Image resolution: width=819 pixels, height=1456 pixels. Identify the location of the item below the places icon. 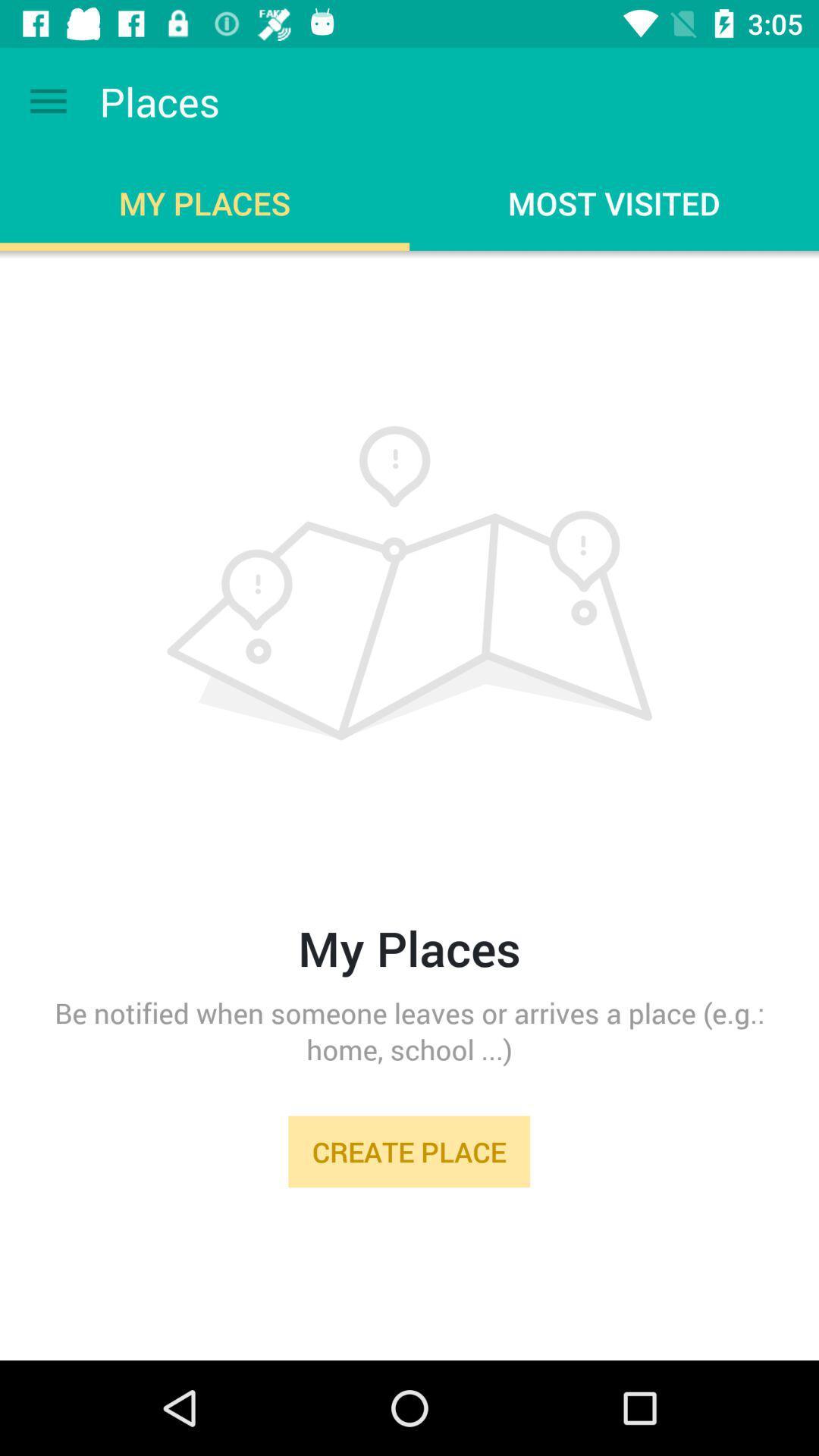
(409, 758).